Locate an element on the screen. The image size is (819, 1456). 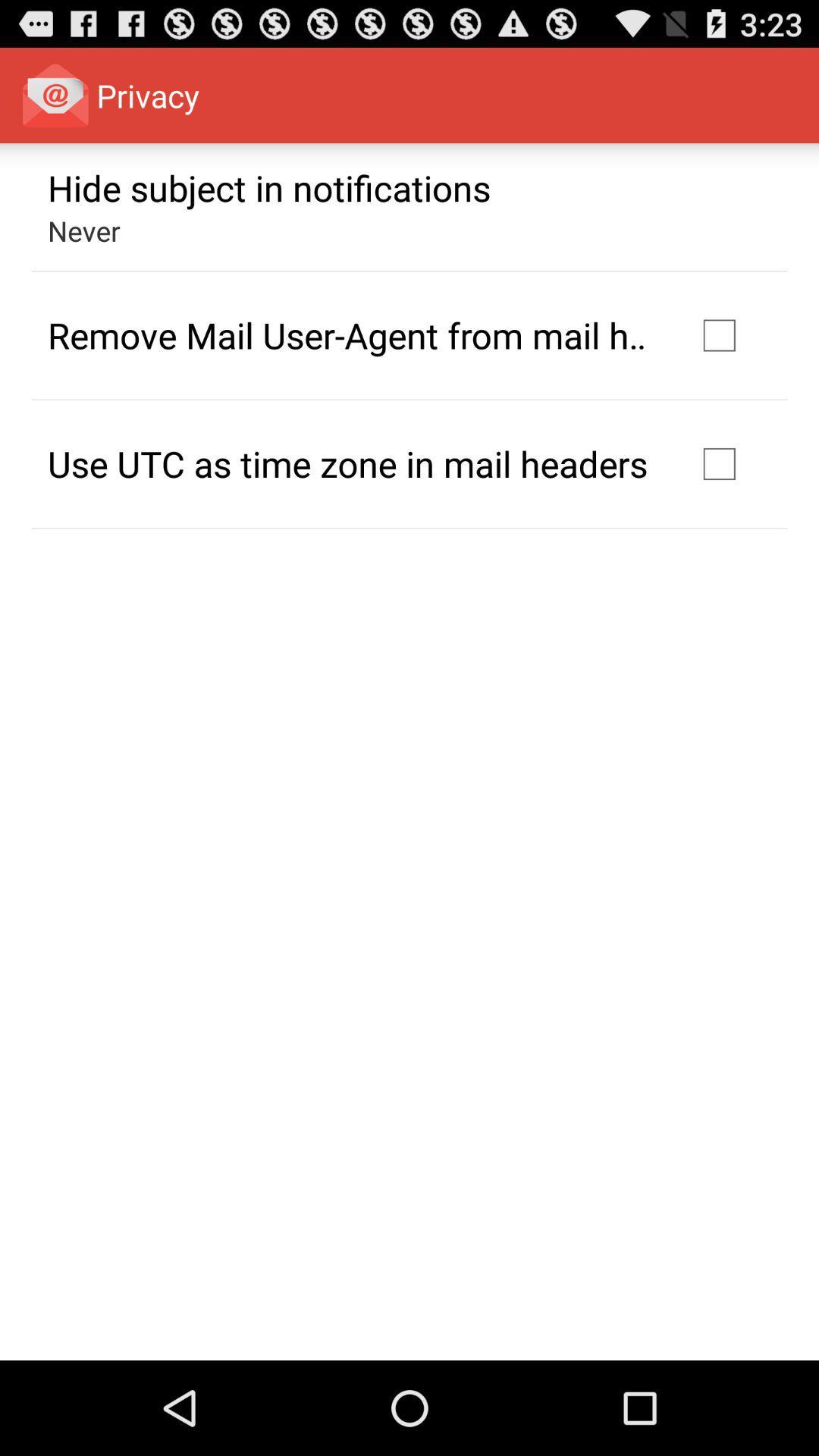
hide subject in icon is located at coordinates (268, 187).